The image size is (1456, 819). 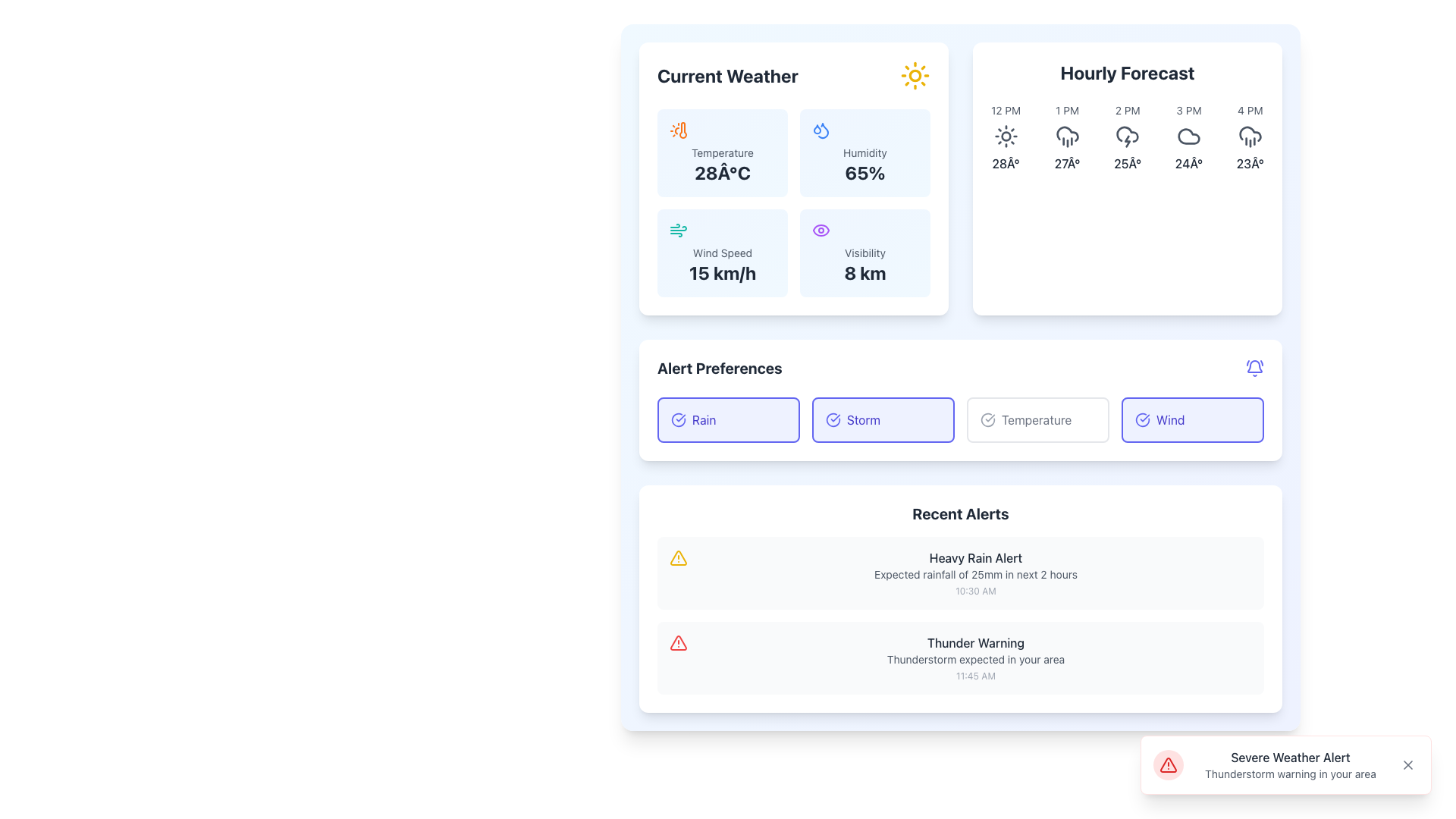 What do you see at coordinates (960, 573) in the screenshot?
I see `the Informational card displaying a recent weather alert about heavy rain, positioned as the first card in the Recent Alerts section` at bounding box center [960, 573].